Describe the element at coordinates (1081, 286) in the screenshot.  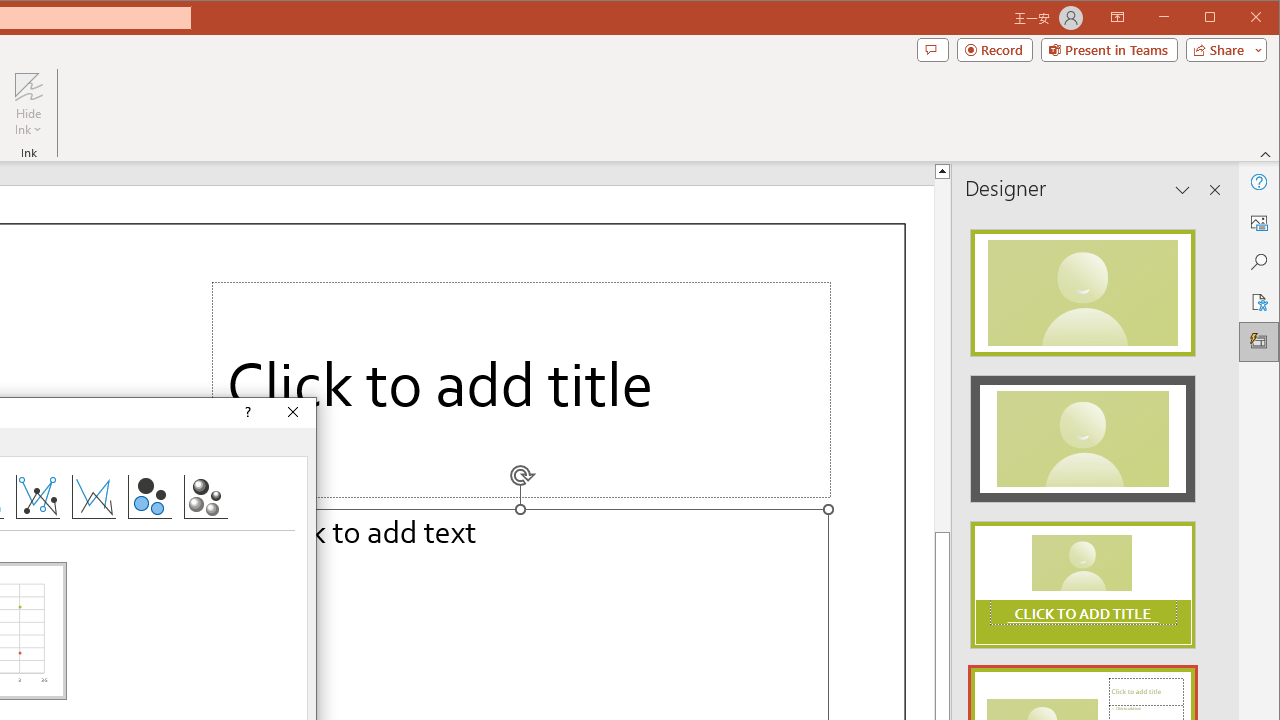
I see `'Recommended Design: Design Idea'` at that location.